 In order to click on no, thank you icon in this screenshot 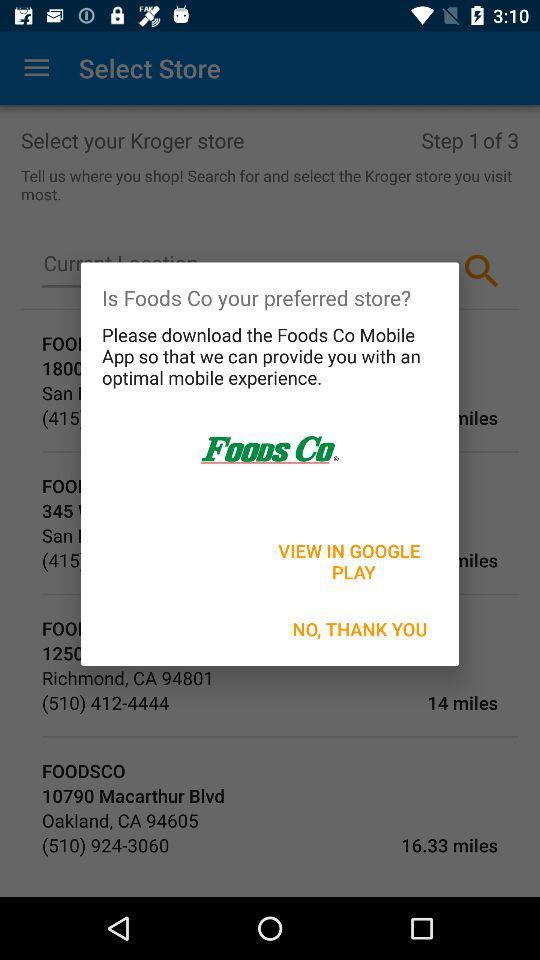, I will do `click(359, 628)`.